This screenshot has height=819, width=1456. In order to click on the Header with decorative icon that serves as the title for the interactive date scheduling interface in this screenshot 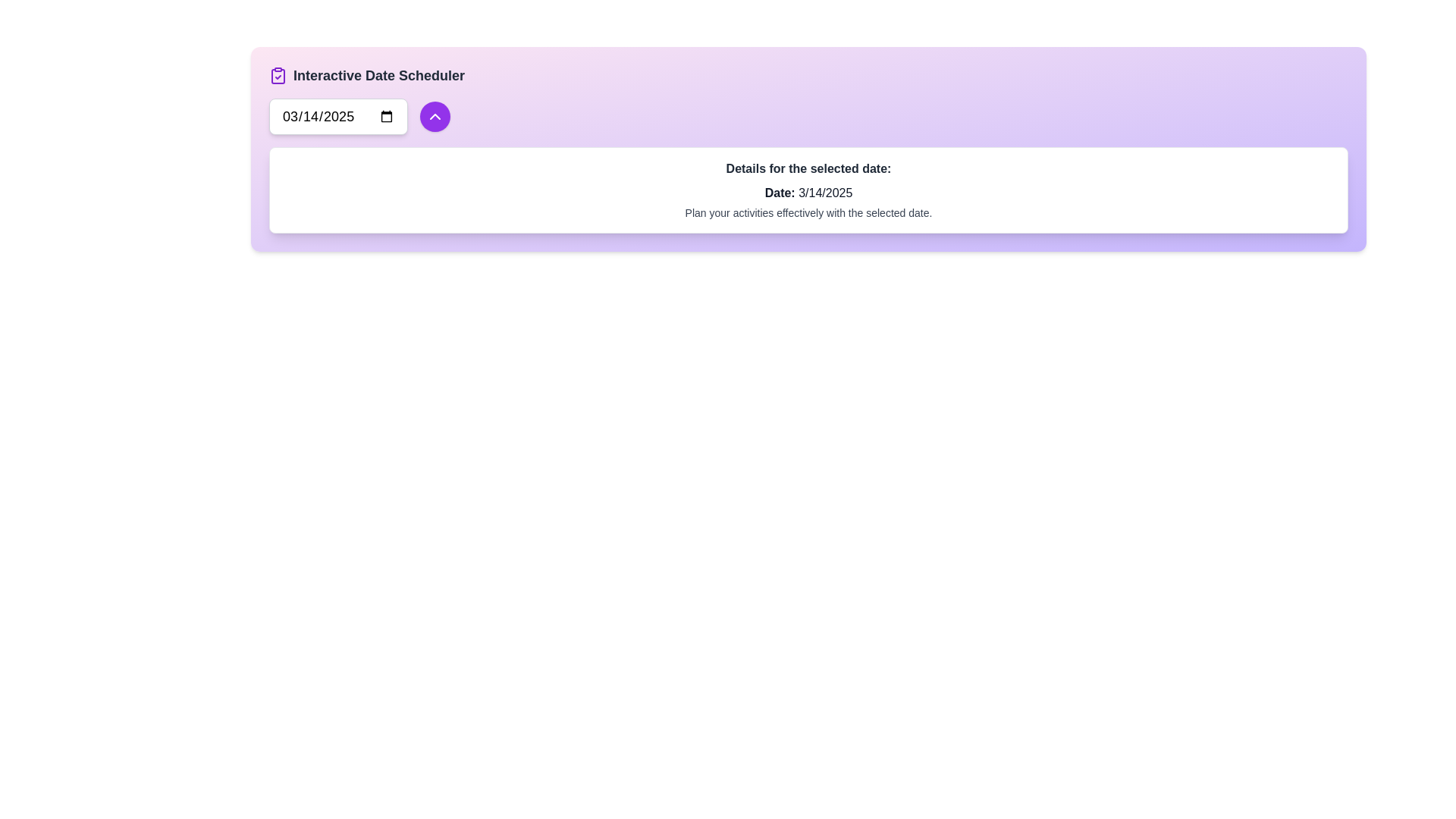, I will do `click(808, 76)`.